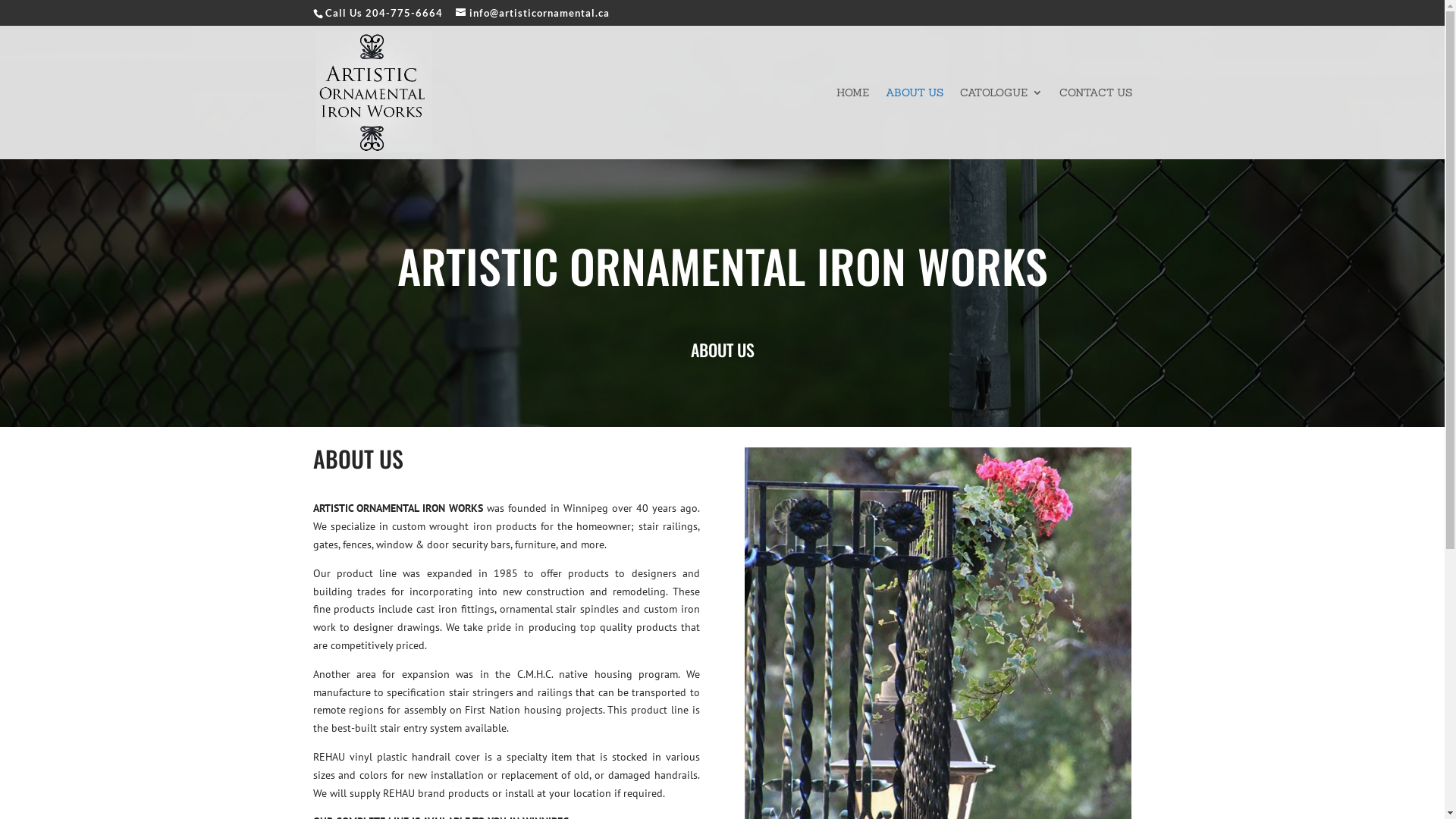 The width and height of the screenshot is (1456, 819). I want to click on 'Call Us 204-775-6664', so click(383, 12).